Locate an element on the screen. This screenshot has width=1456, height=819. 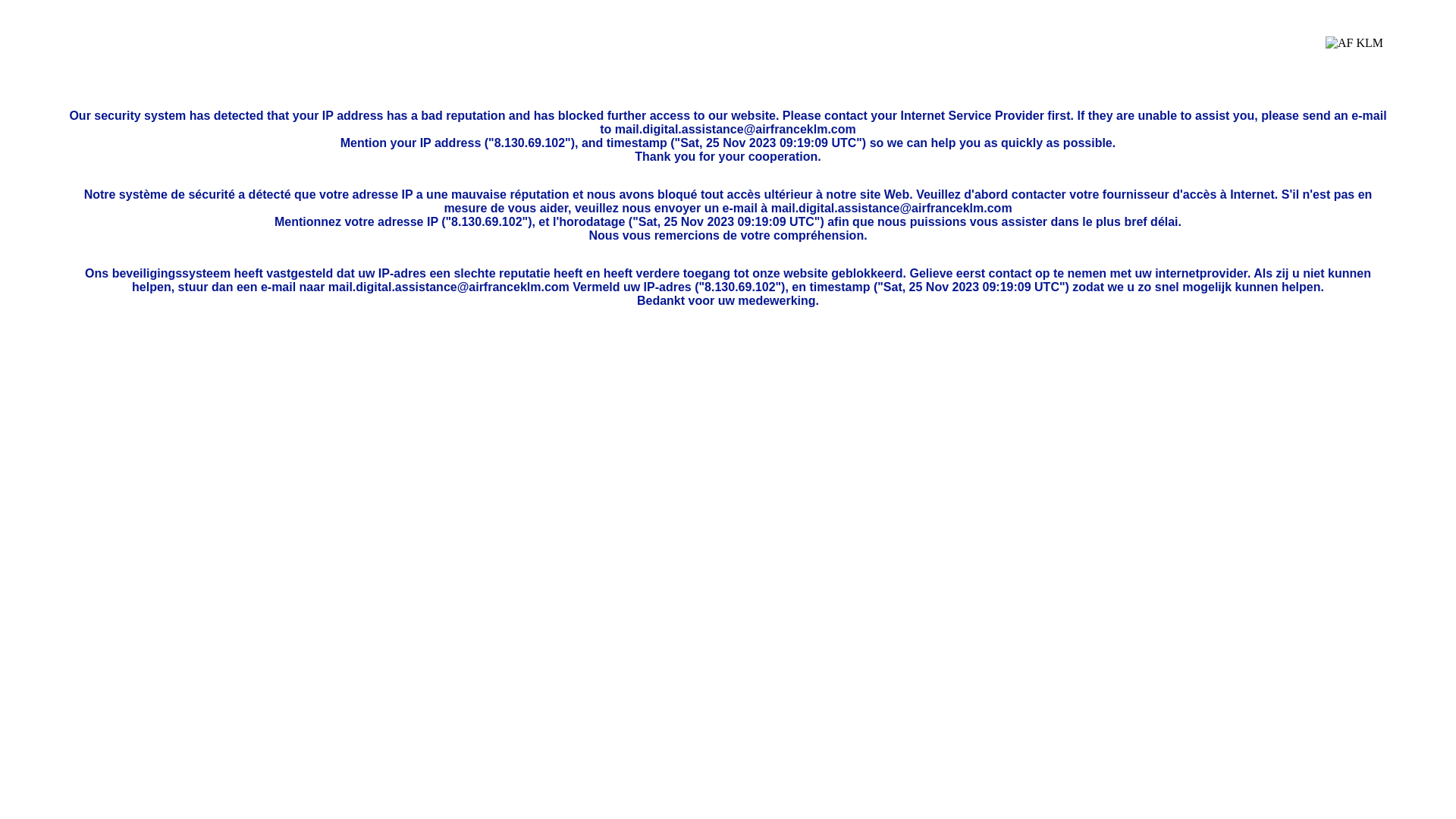
'AF KLM' is located at coordinates (1354, 54).